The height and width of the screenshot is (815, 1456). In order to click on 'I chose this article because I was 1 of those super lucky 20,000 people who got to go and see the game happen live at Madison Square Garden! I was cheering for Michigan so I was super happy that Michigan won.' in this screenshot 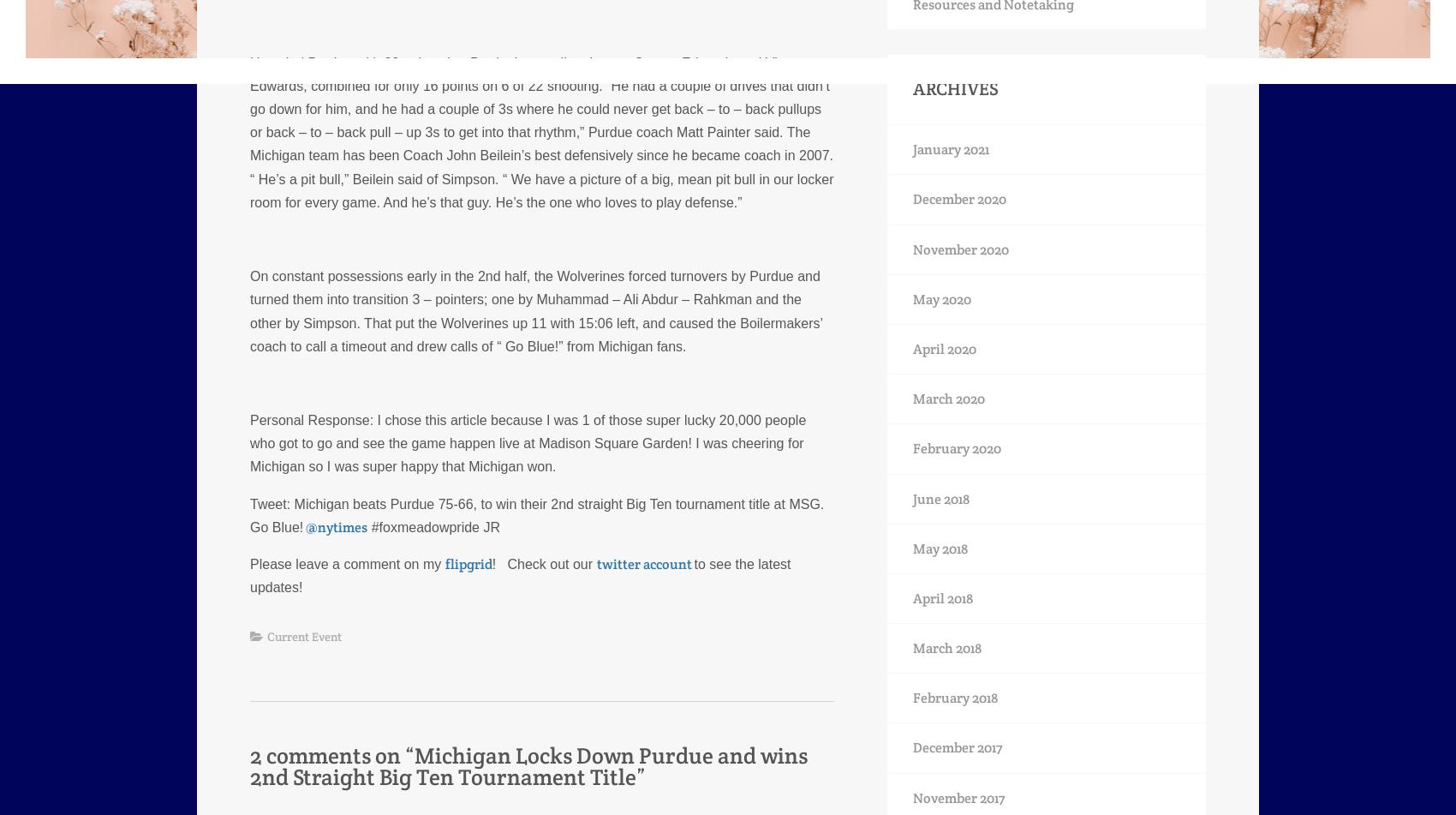, I will do `click(527, 442)`.